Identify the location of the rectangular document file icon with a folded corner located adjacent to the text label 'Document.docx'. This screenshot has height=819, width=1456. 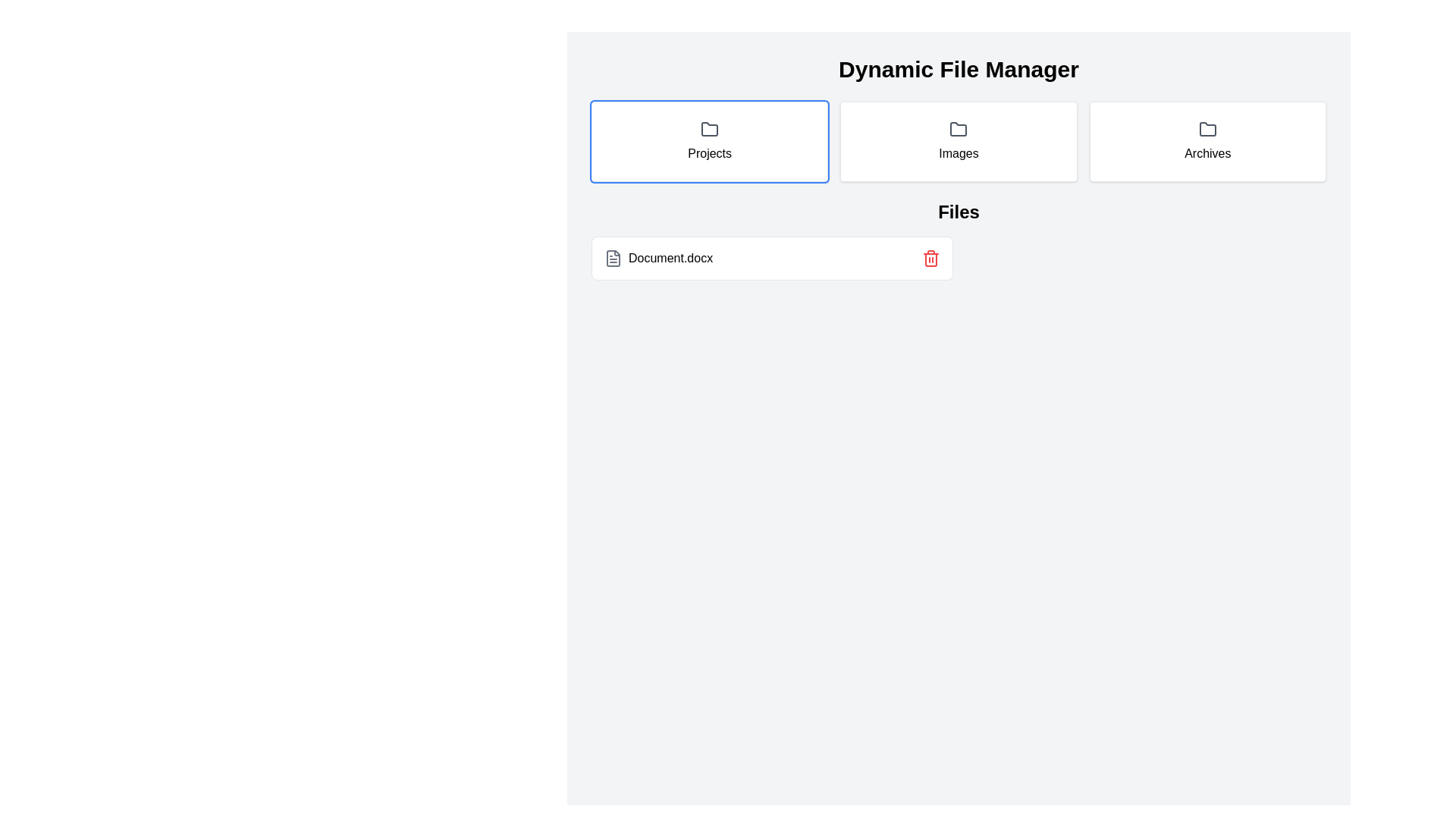
(613, 257).